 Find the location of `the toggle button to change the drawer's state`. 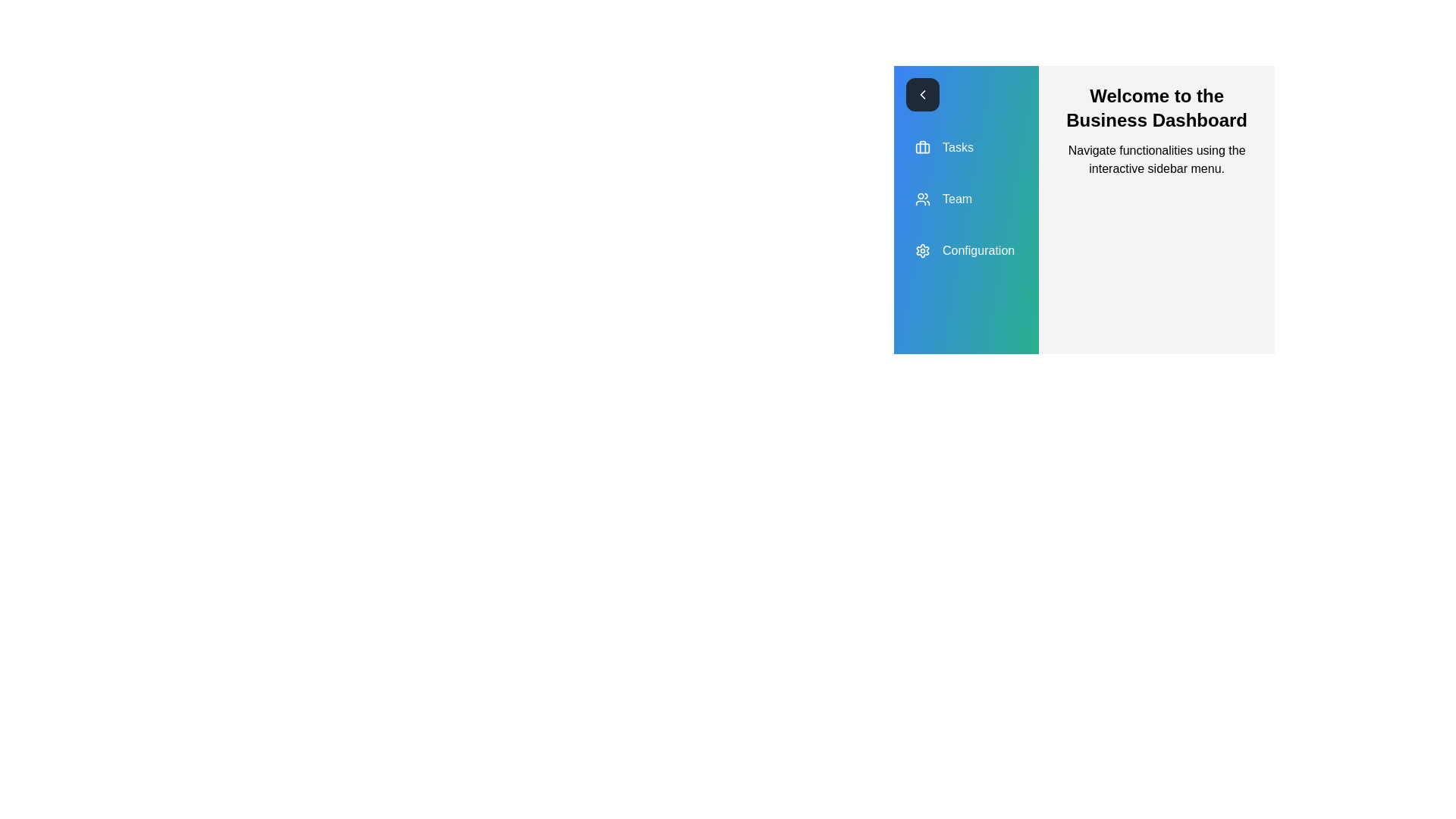

the toggle button to change the drawer's state is located at coordinates (922, 94).